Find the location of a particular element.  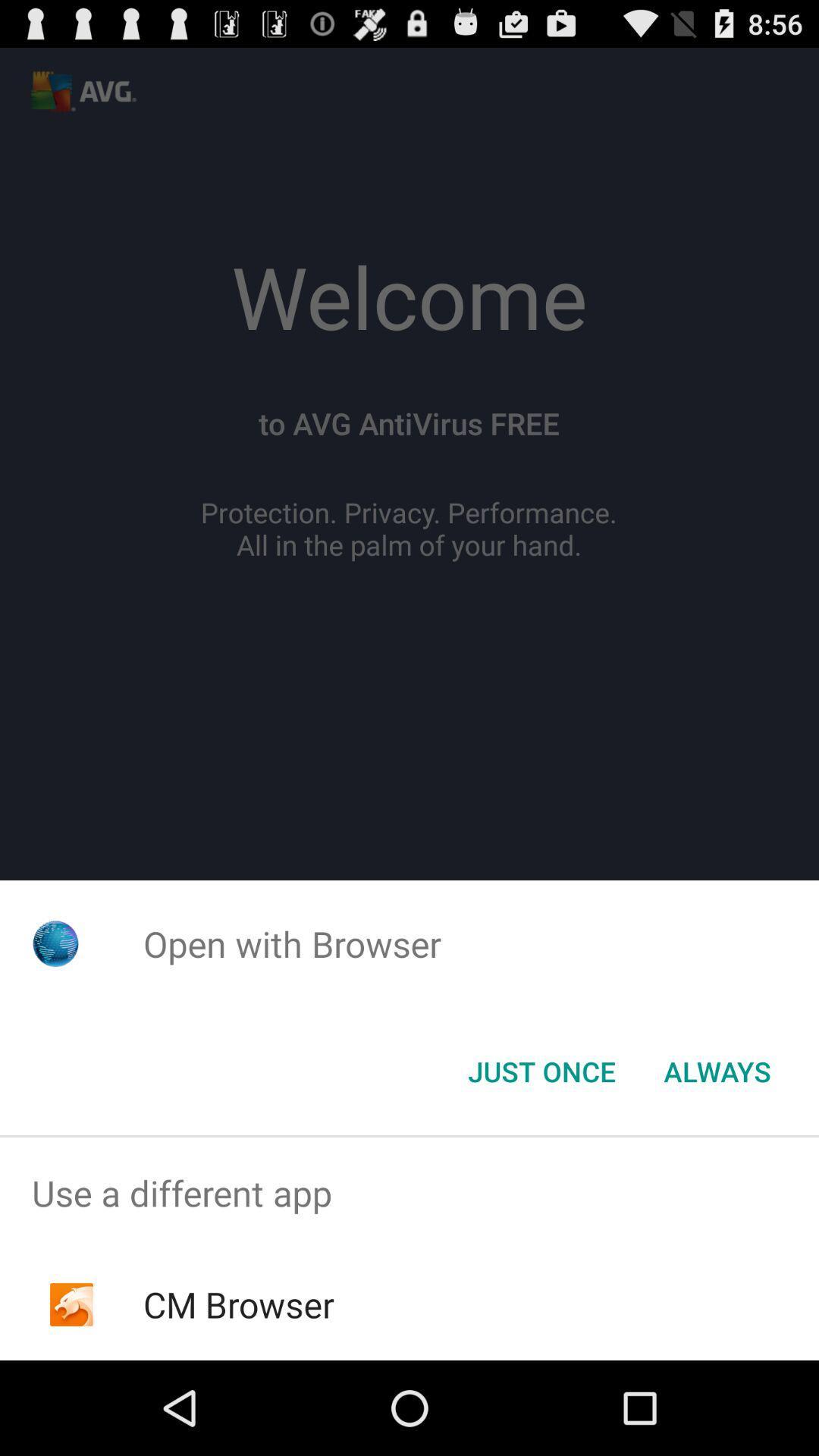

the always is located at coordinates (717, 1070).